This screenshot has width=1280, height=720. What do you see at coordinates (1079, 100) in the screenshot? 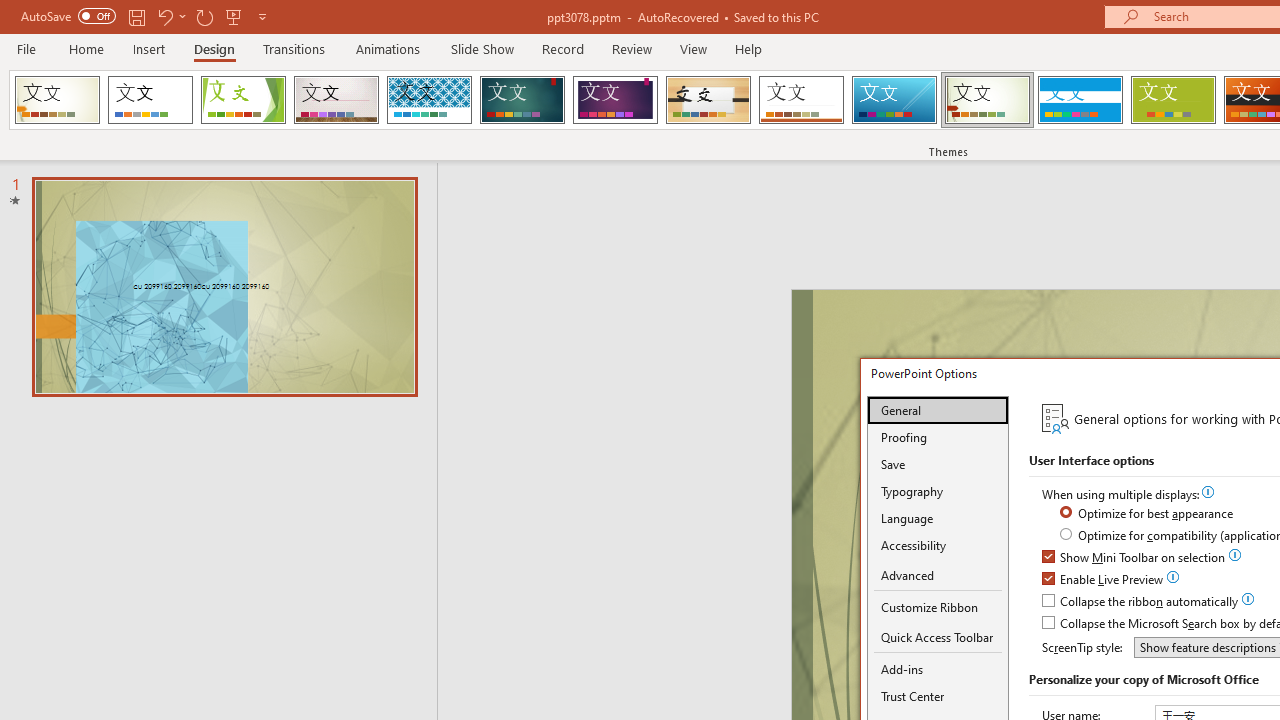
I see `'Banded Loading Preview...'` at bounding box center [1079, 100].